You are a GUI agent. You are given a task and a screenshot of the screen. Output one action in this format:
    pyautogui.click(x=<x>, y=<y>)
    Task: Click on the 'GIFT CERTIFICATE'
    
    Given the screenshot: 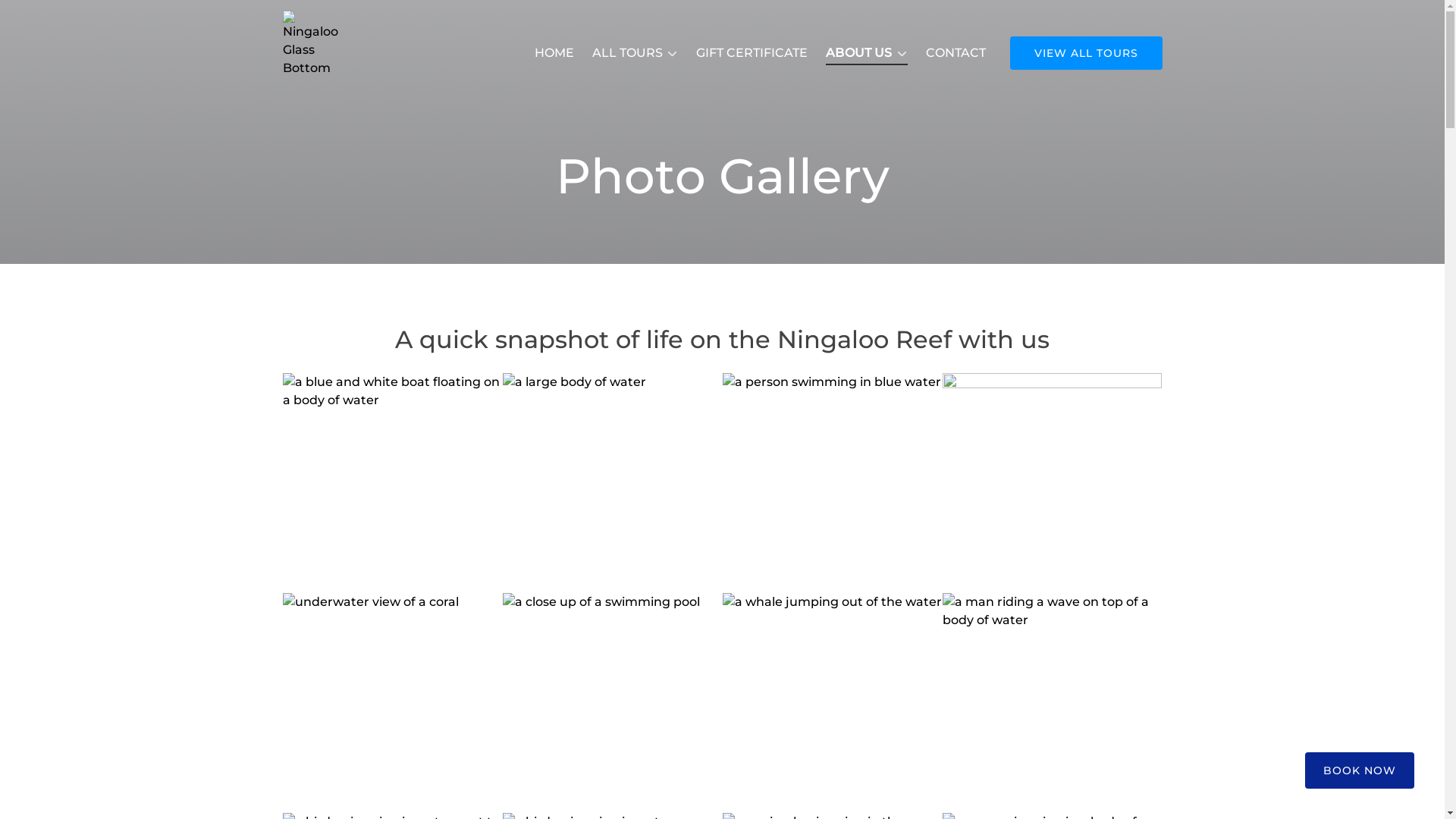 What is the action you would take?
    pyautogui.click(x=752, y=52)
    